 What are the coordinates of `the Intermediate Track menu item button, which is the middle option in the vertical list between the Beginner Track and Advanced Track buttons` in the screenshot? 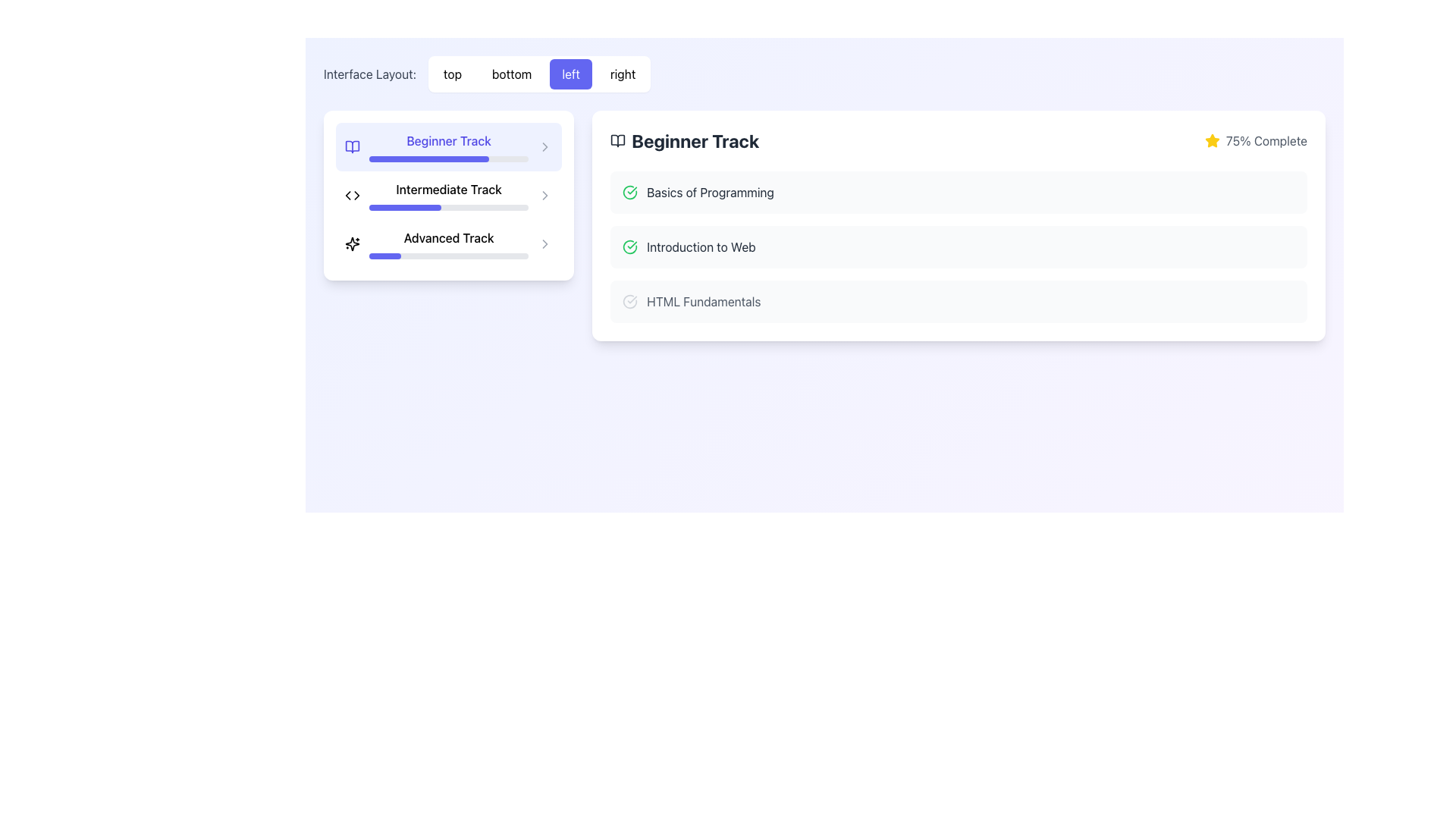 It's located at (448, 195).